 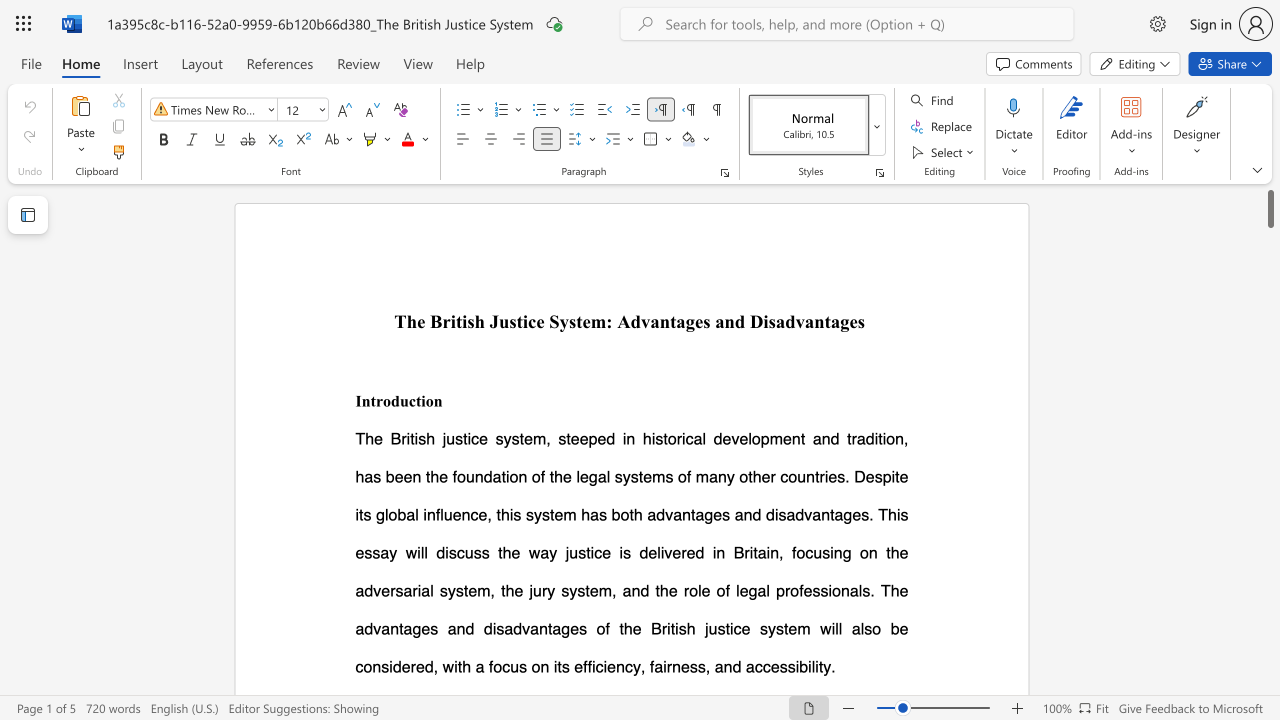 What do you see at coordinates (706, 320) in the screenshot?
I see `the 4th character "s" in the text` at bounding box center [706, 320].